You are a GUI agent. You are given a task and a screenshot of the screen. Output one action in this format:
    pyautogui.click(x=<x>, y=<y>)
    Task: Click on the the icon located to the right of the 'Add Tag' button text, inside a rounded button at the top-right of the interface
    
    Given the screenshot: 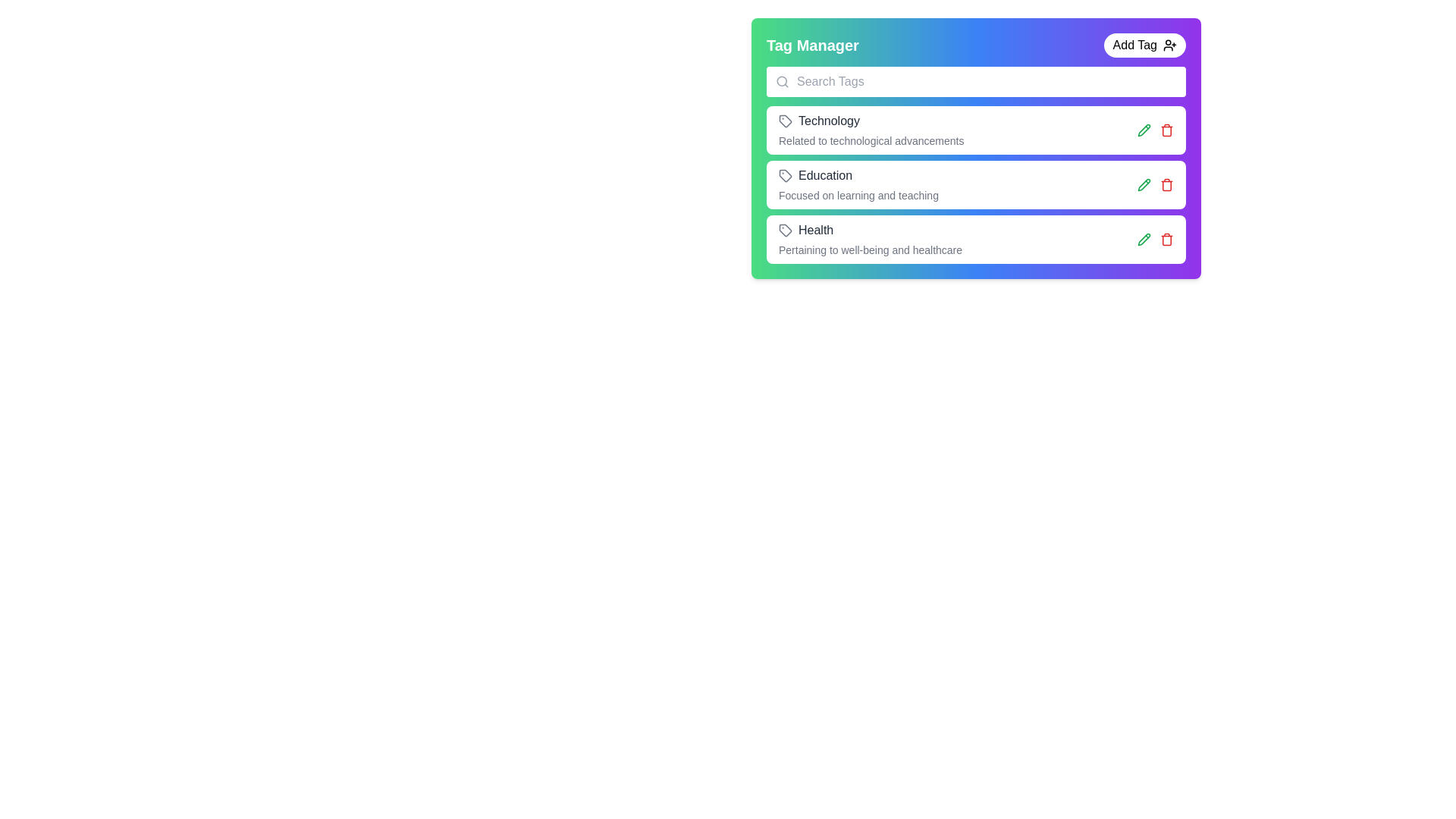 What is the action you would take?
    pyautogui.click(x=1169, y=45)
    